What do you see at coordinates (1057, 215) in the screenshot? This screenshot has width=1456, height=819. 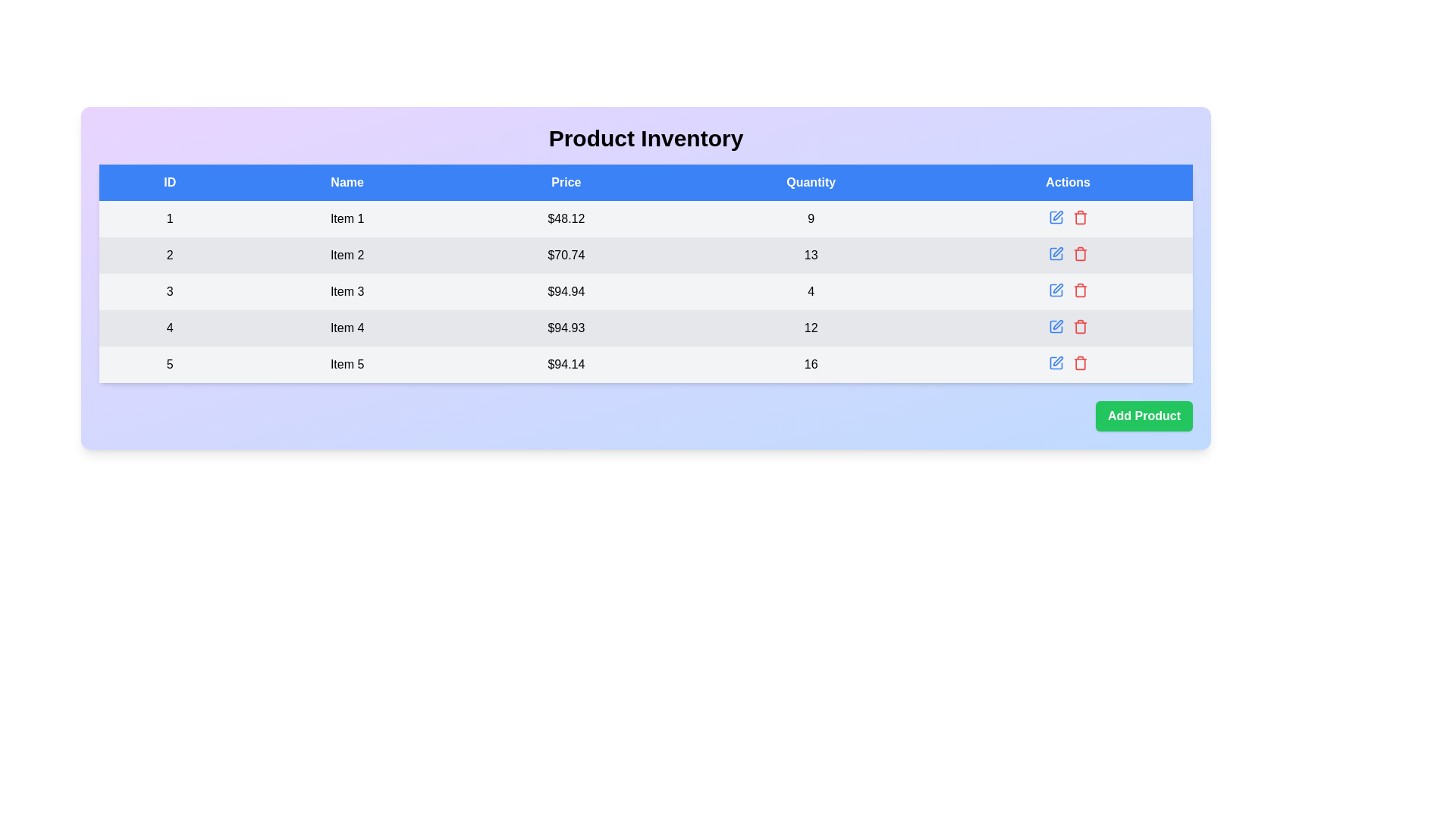 I see `the 'Edit' button located in the 'Actions' column of the first row in the 'Product Inventory' table` at bounding box center [1057, 215].